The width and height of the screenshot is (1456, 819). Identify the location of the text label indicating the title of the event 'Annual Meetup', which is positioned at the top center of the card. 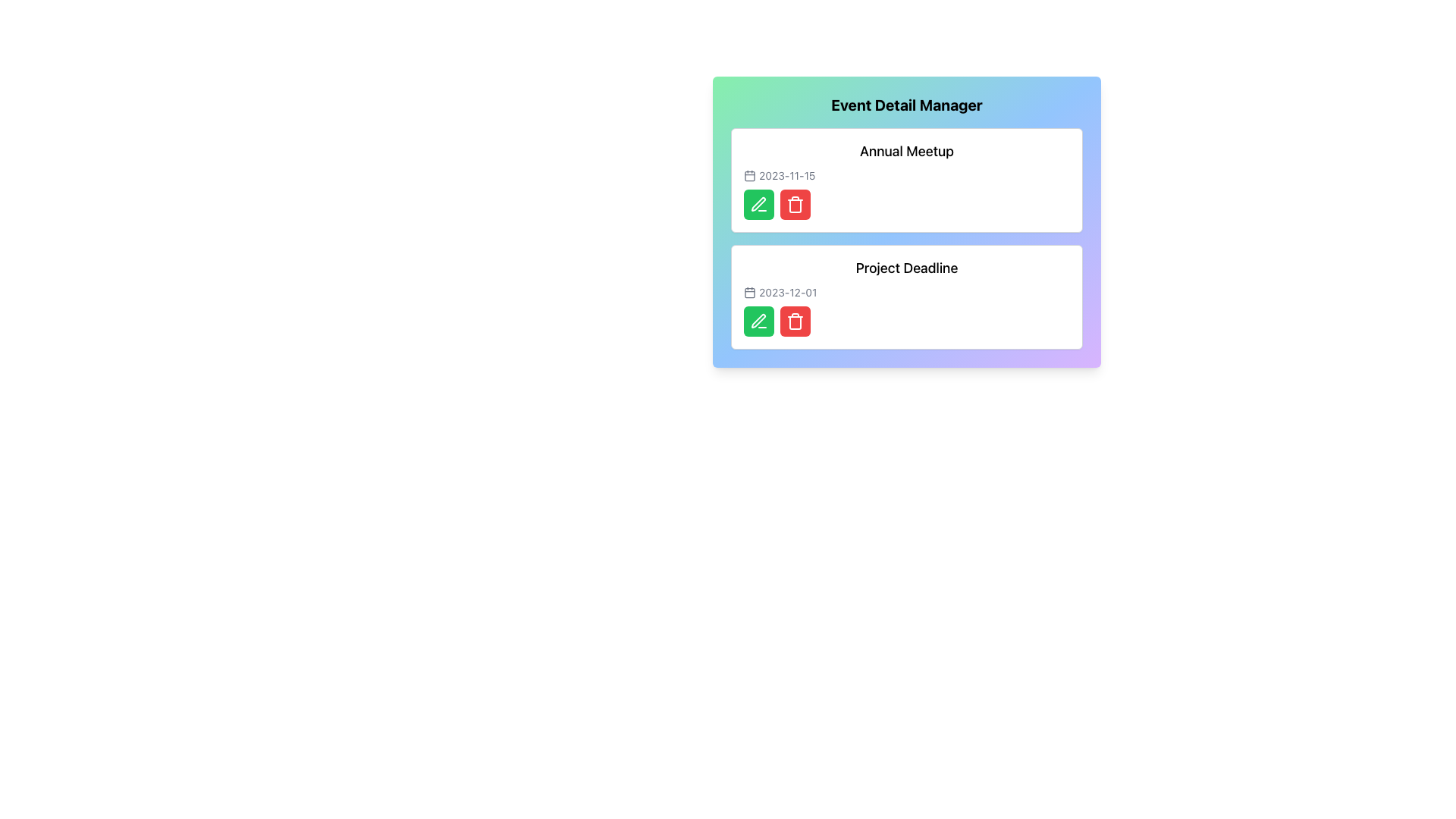
(906, 152).